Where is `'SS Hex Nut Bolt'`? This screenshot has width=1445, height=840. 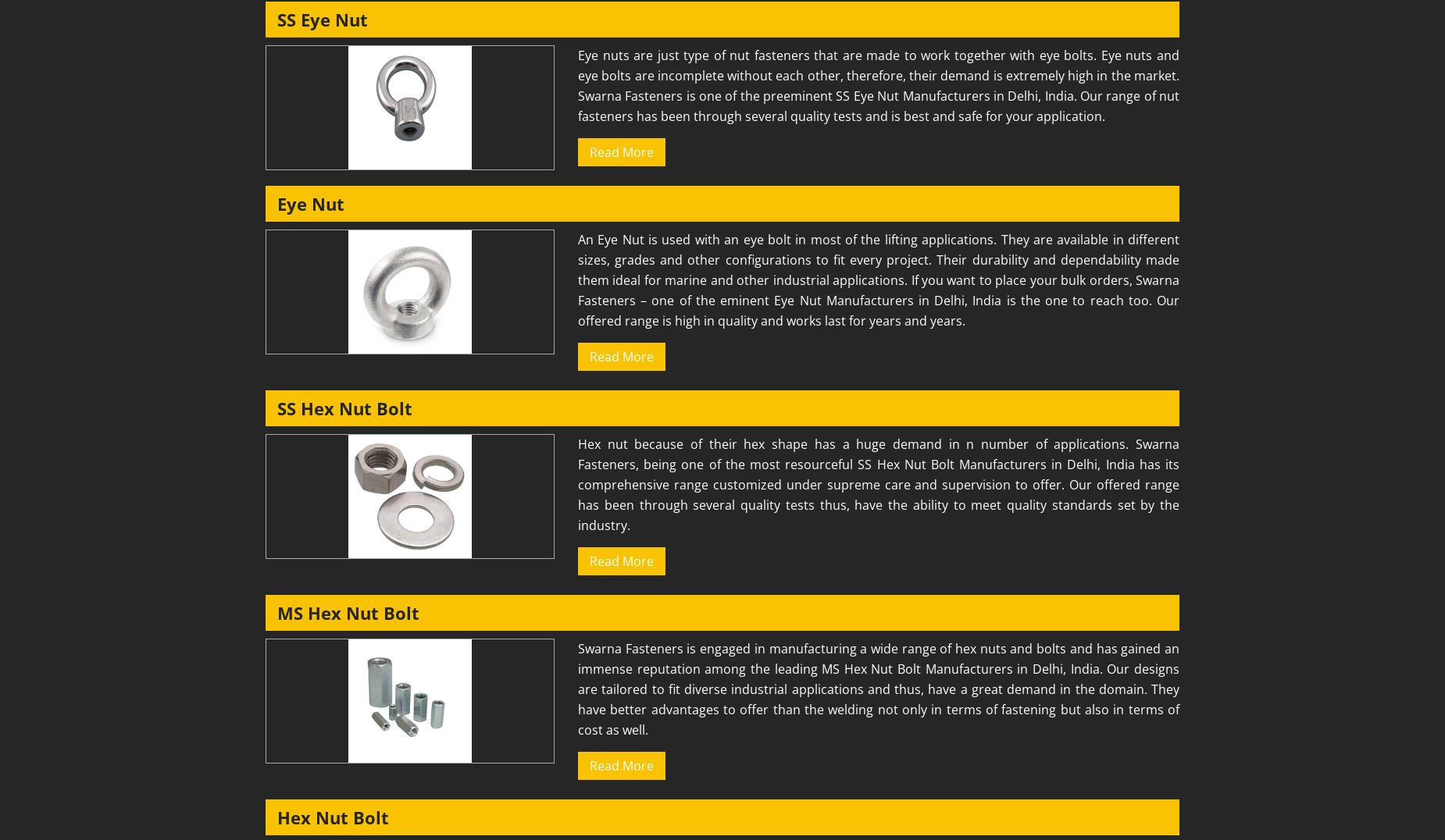
'SS Hex Nut Bolt' is located at coordinates (344, 408).